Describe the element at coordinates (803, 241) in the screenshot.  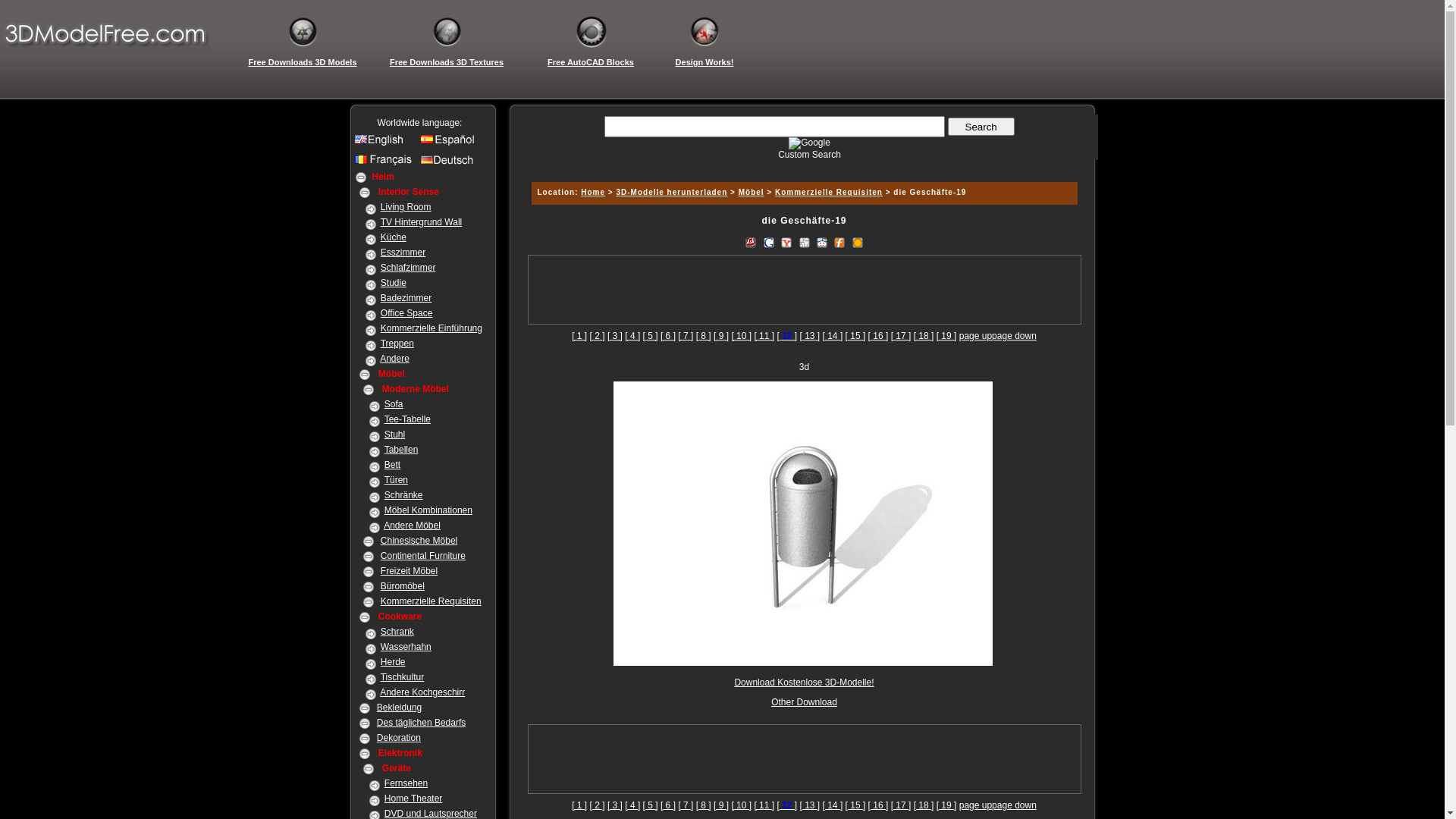
I see `'Digg This!'` at that location.